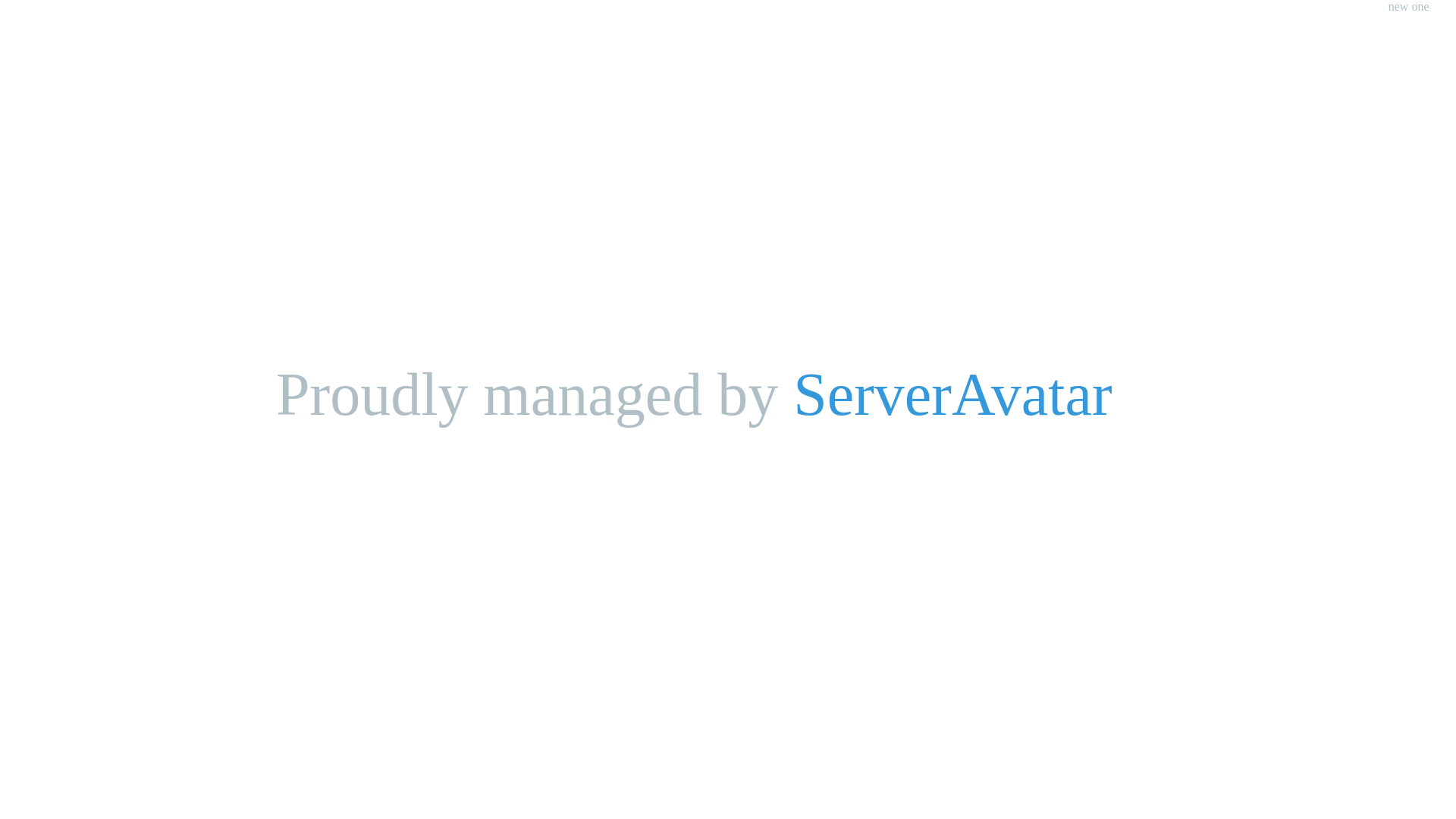 This screenshot has height=819, width=1456. What do you see at coordinates (952, 394) in the screenshot?
I see `'ServerAvatar'` at bounding box center [952, 394].